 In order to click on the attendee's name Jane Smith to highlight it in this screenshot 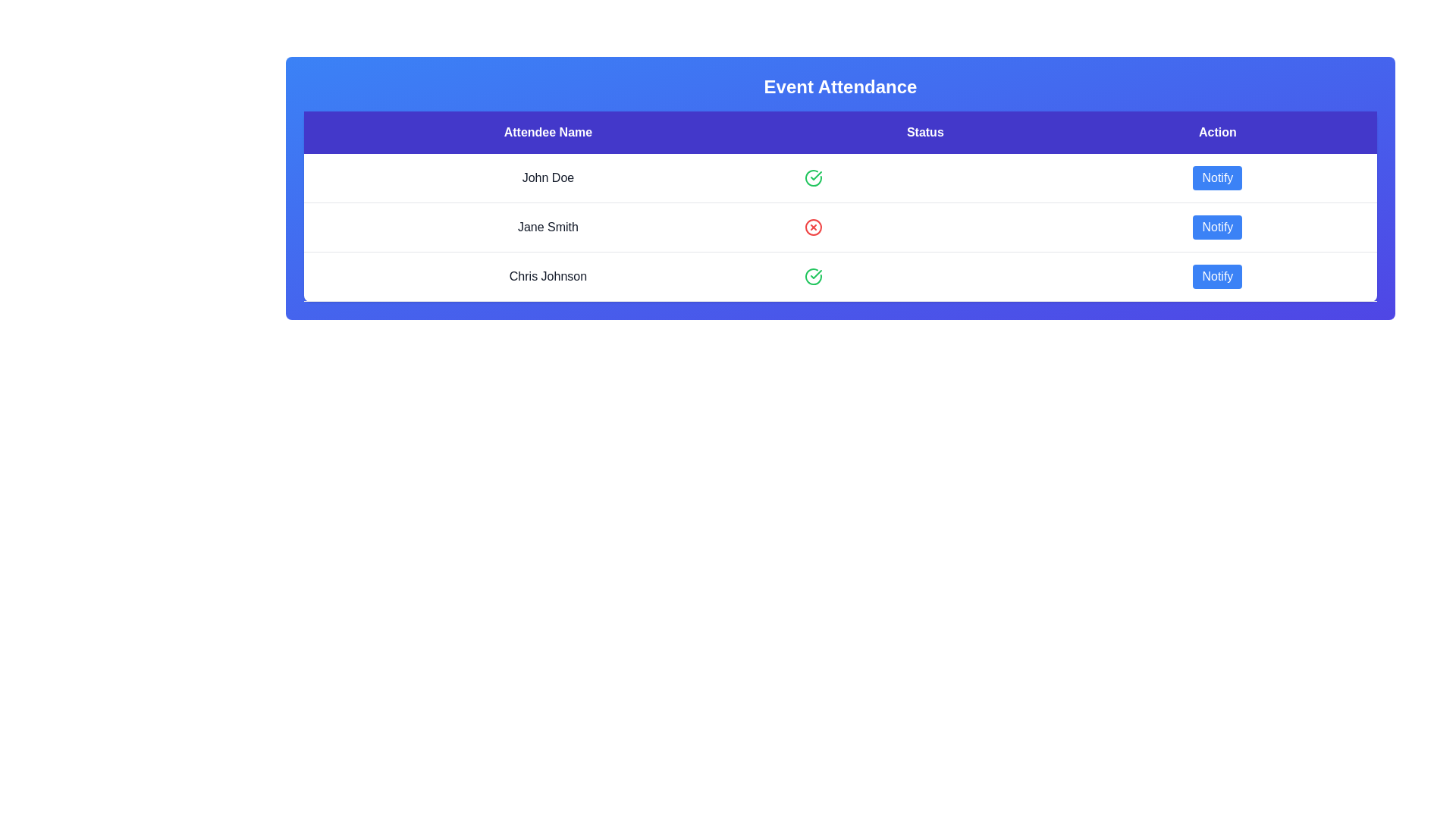, I will do `click(547, 227)`.